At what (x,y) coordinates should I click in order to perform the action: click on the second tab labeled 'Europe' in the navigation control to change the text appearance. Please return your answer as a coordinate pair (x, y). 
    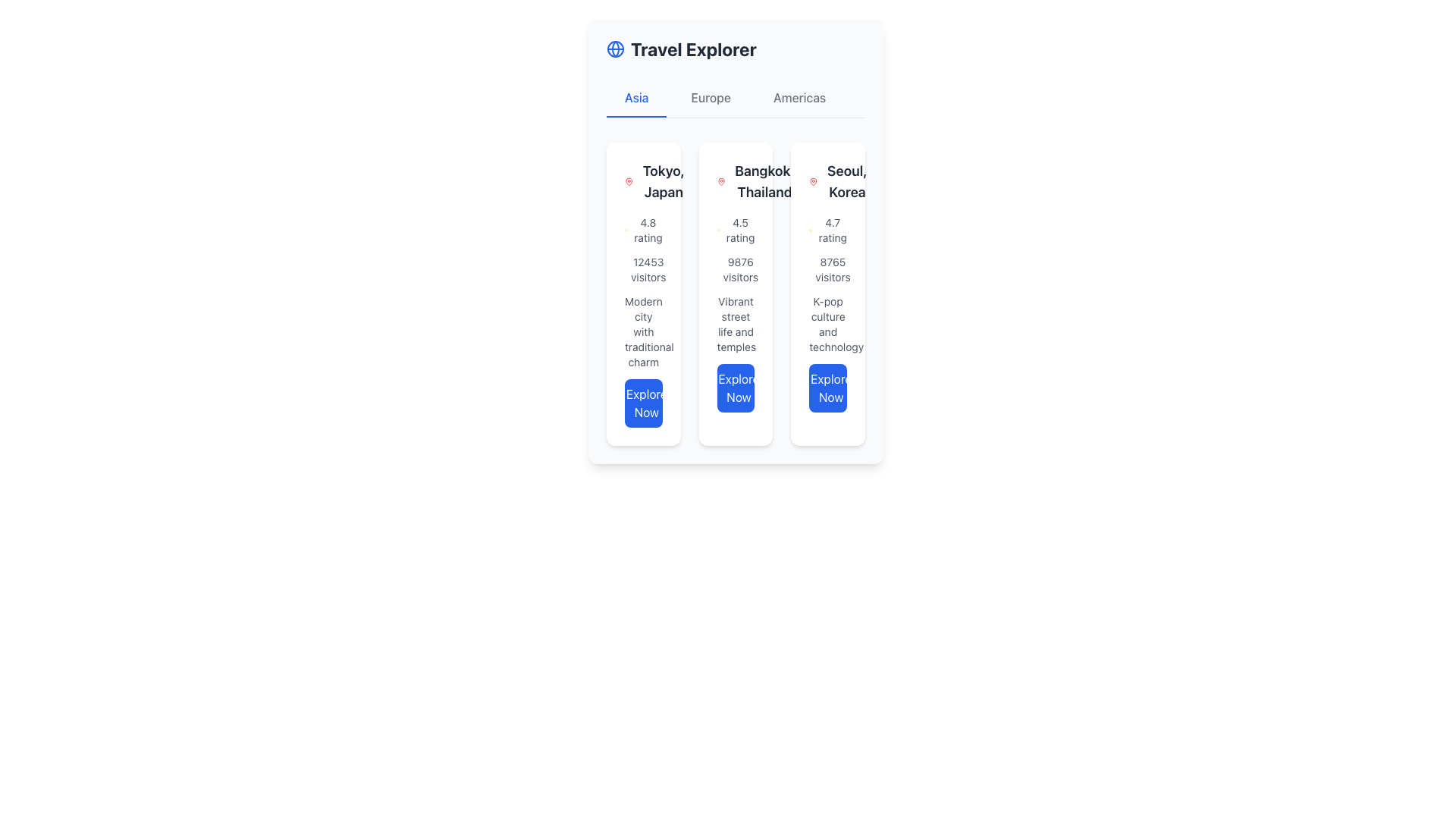
    Looking at the image, I should click on (710, 99).